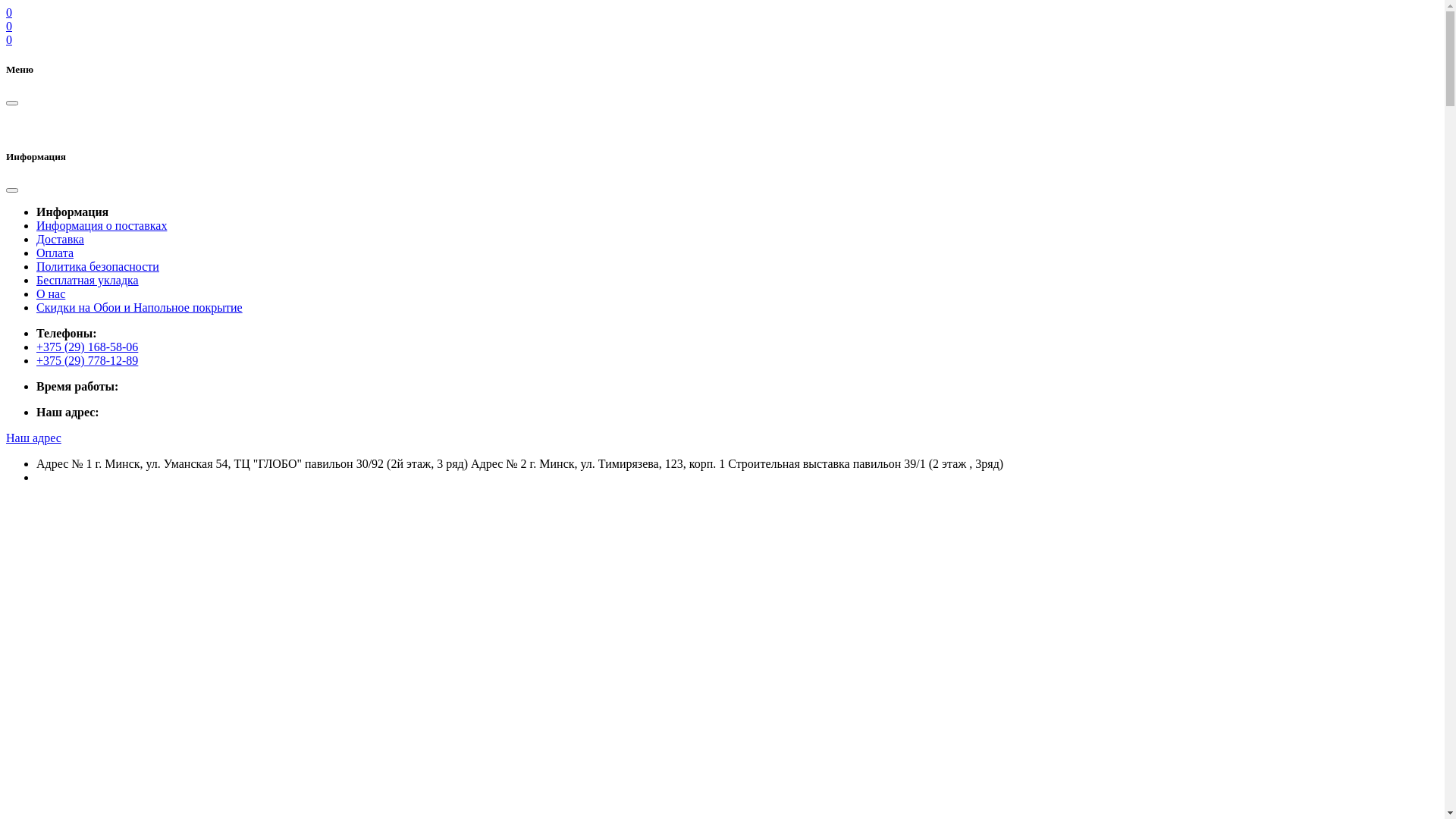 The height and width of the screenshot is (819, 1456). I want to click on '0', so click(9, 26).